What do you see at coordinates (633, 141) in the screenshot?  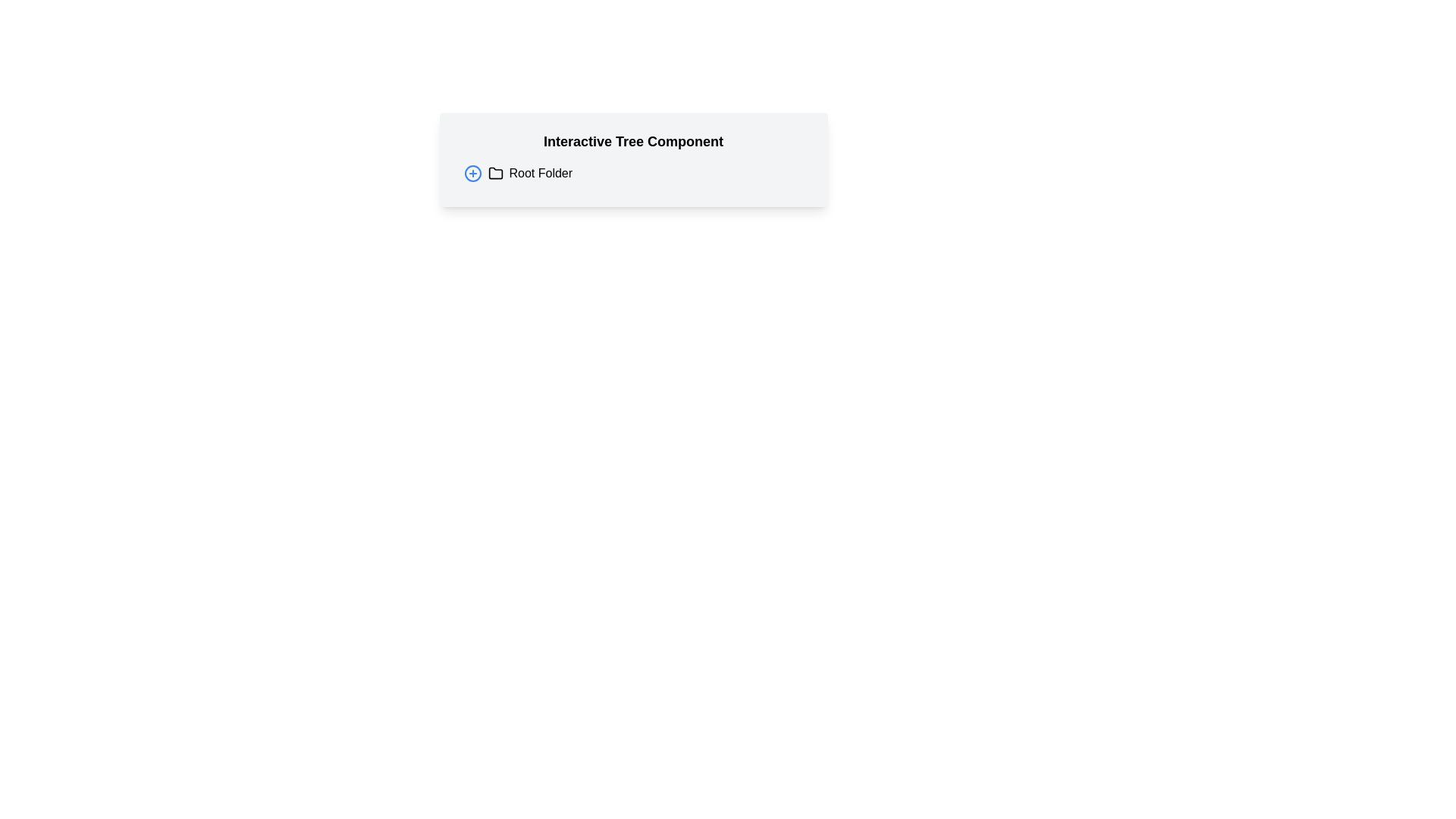 I see `the Heading that introduces the content or functionality of the interface section, located above elements like 'Root Folder' with icons` at bounding box center [633, 141].